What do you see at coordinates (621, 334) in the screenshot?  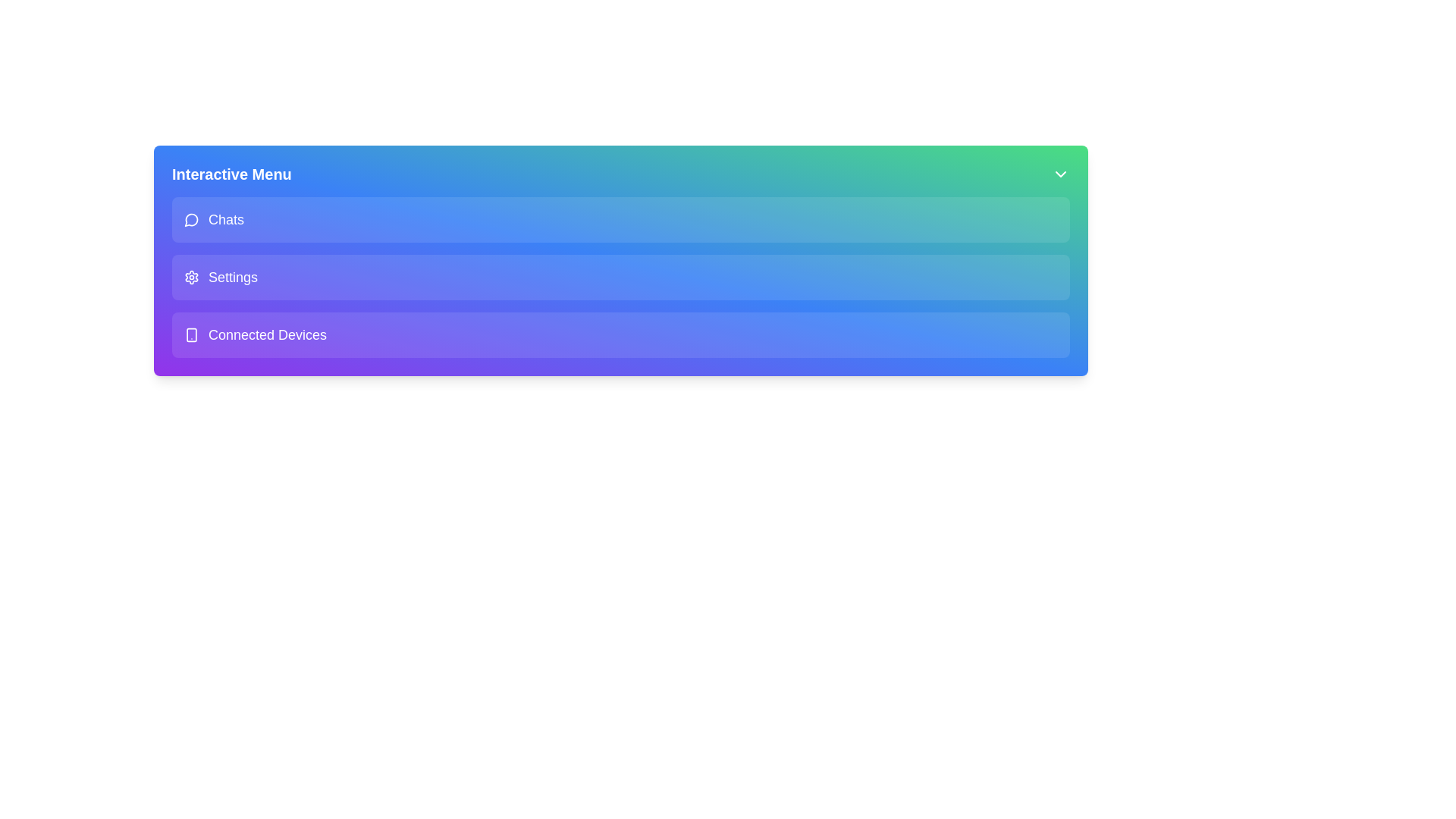 I see `the 'Connected Devices' item in the menu` at bounding box center [621, 334].